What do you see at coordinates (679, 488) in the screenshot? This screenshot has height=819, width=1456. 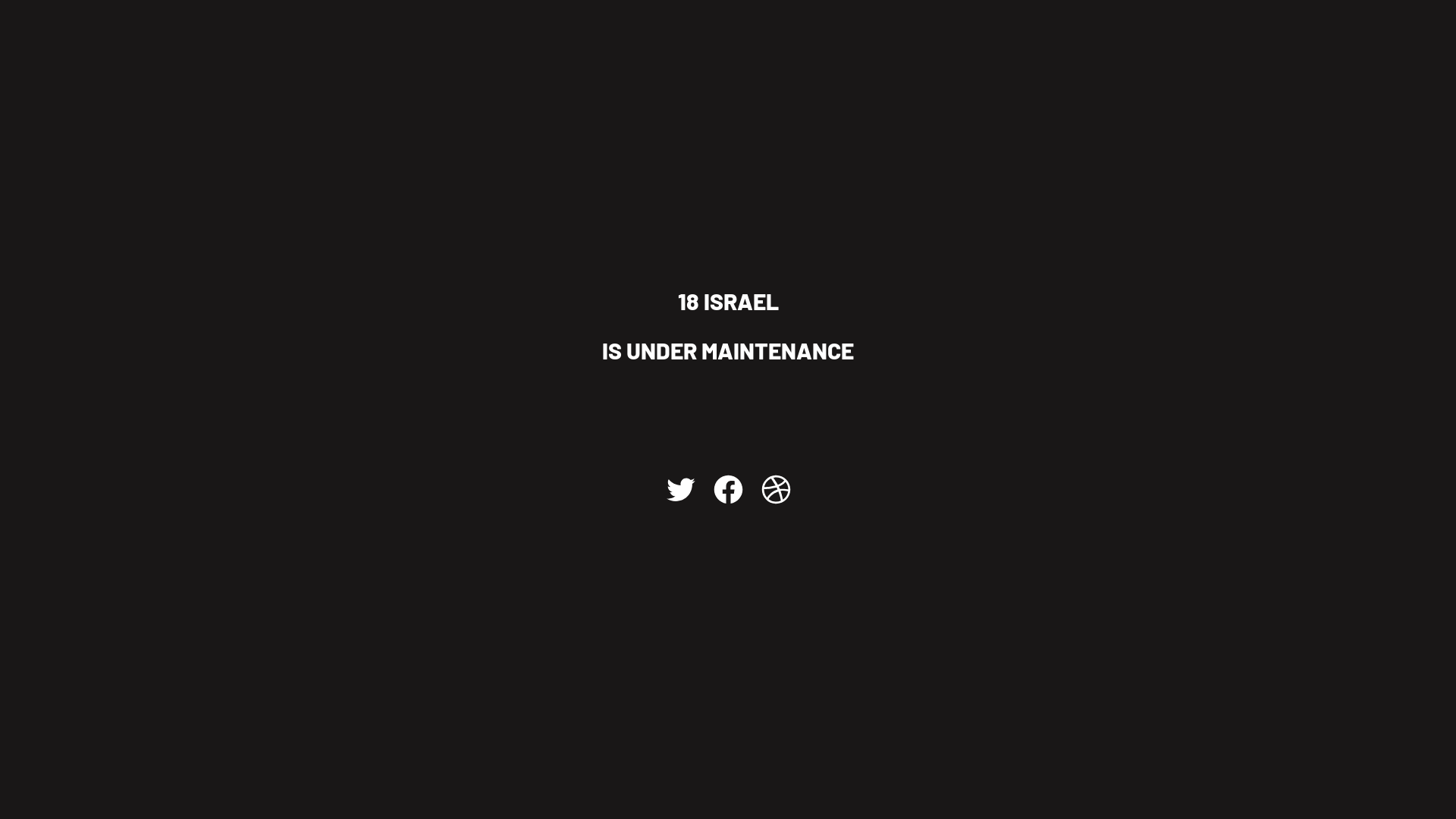 I see `'Twitter'` at bounding box center [679, 488].